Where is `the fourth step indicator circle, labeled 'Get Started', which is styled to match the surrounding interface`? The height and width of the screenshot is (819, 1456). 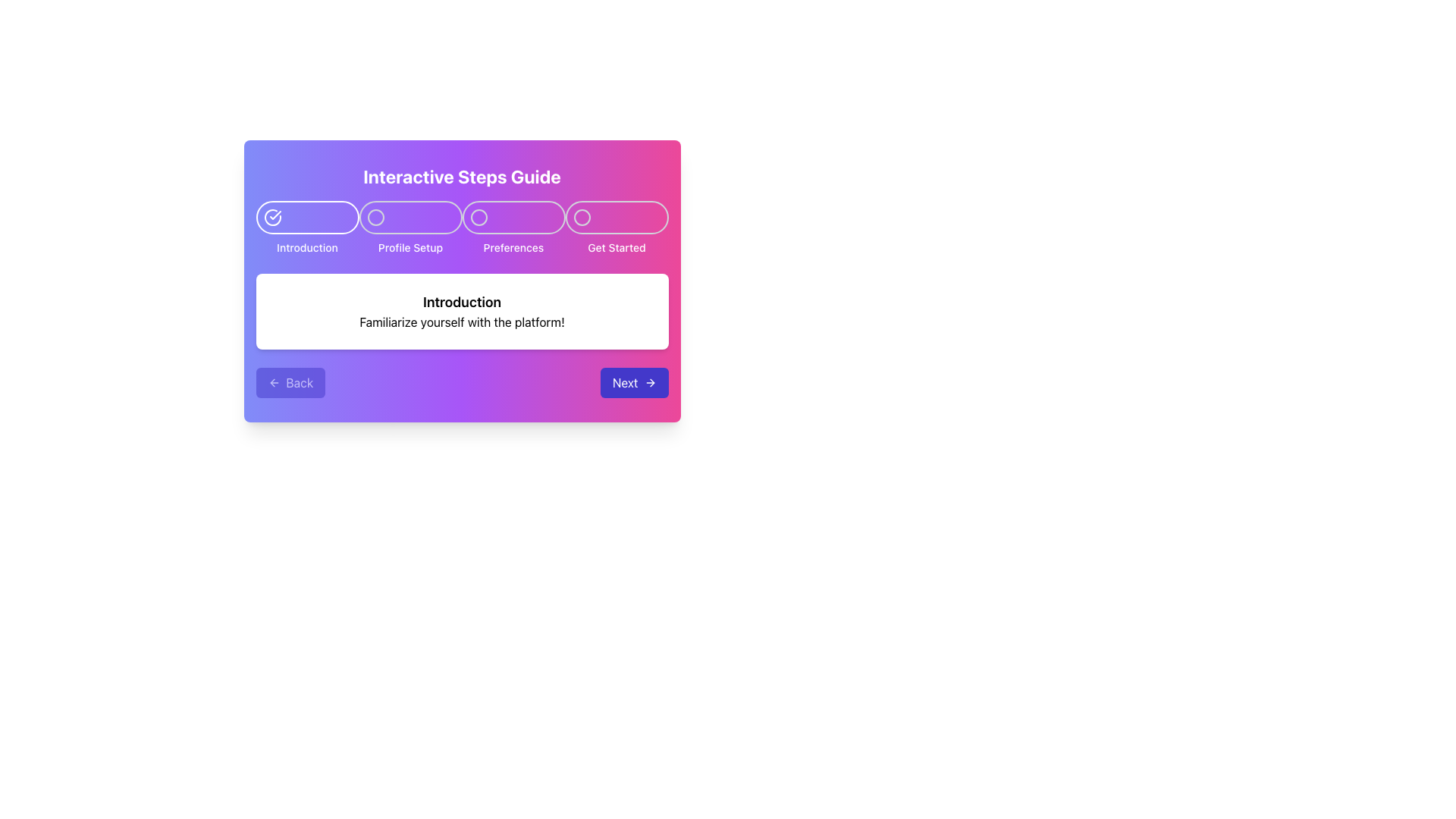
the fourth step indicator circle, labeled 'Get Started', which is styled to match the surrounding interface is located at coordinates (581, 217).